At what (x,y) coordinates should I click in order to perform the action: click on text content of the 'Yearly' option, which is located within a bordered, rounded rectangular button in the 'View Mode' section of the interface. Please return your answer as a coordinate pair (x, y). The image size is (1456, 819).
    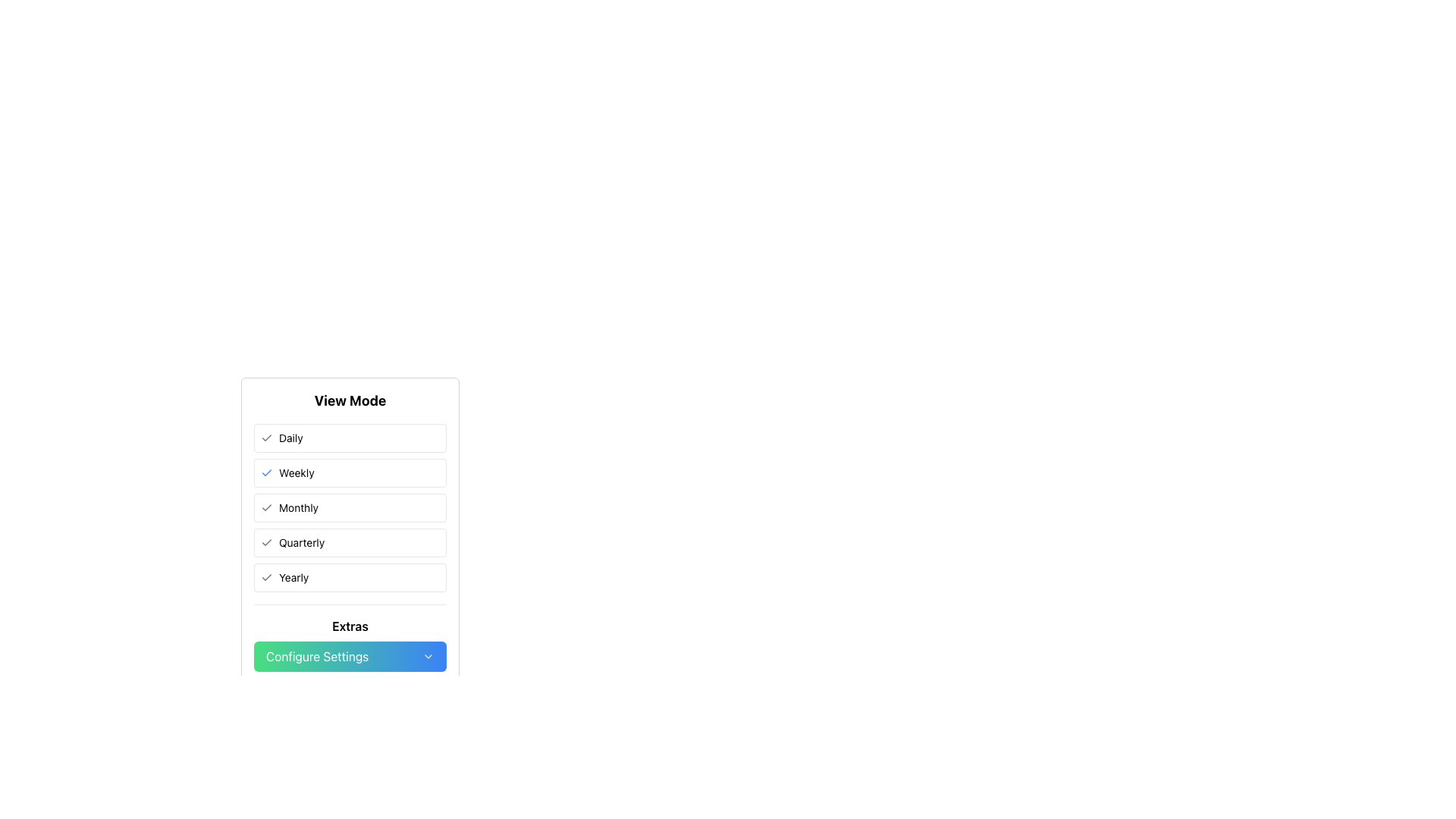
    Looking at the image, I should click on (293, 578).